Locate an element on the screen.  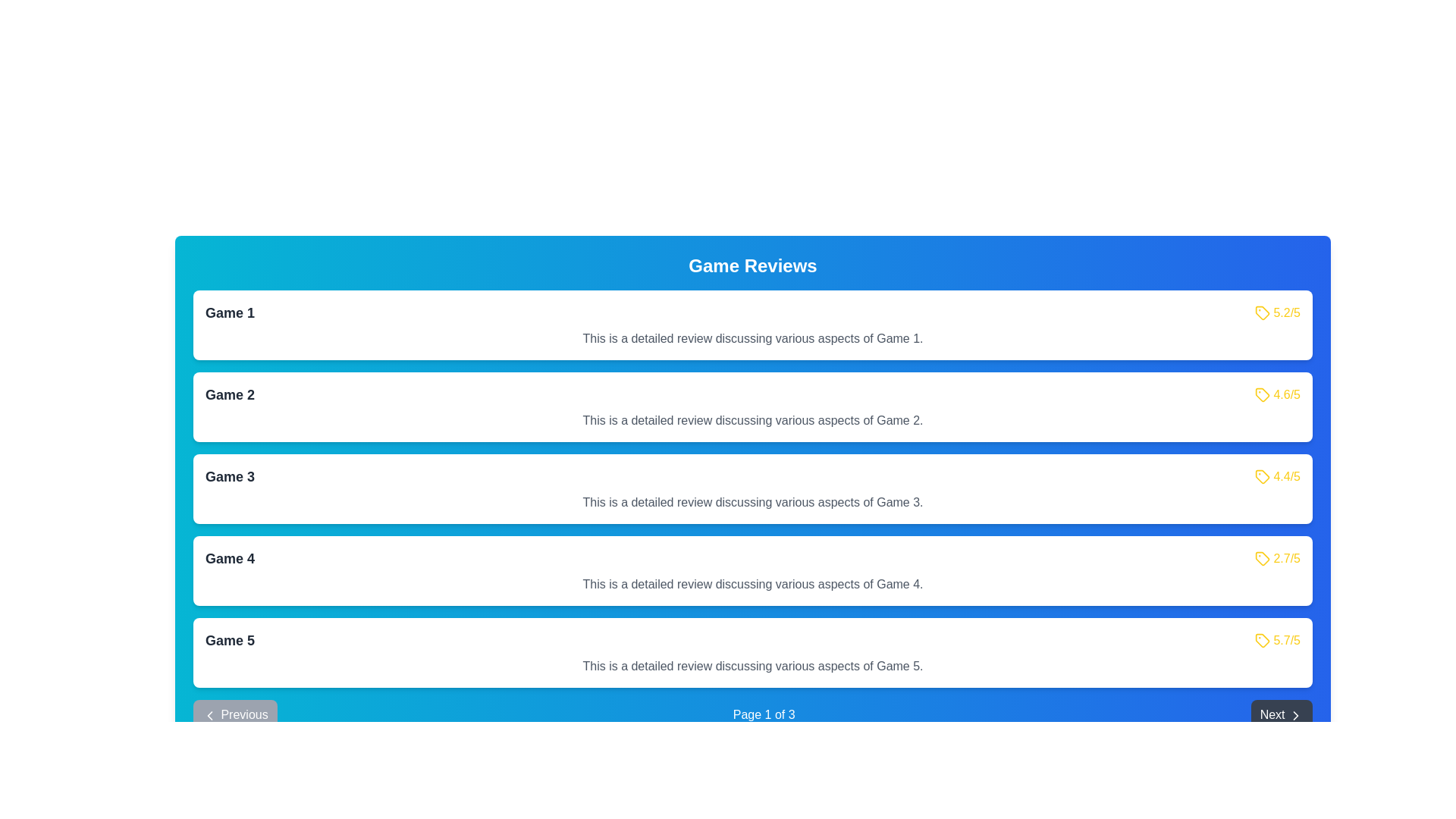
the summary display for 'Game 4' is located at coordinates (753, 558).